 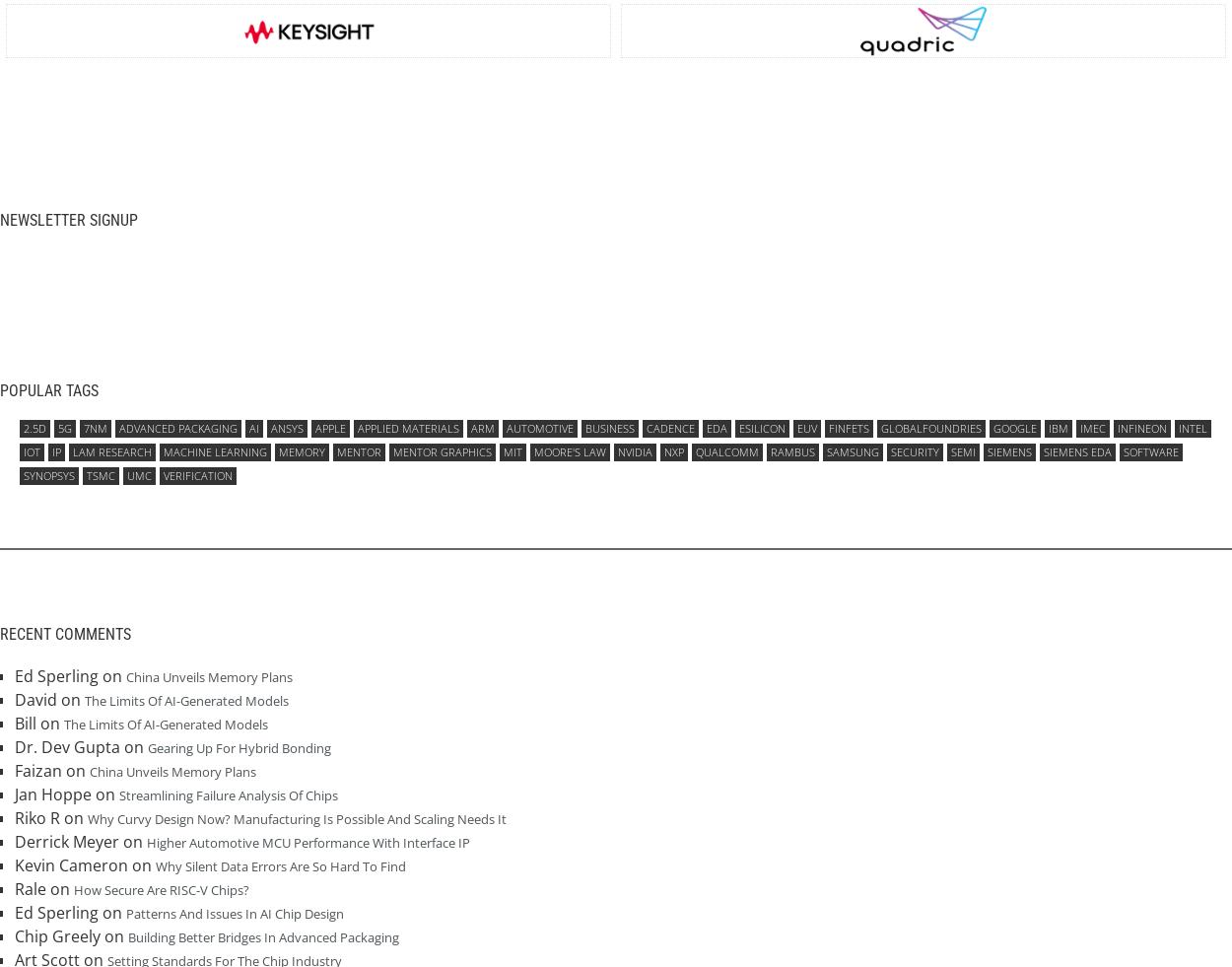 I want to click on 'Why Silent Data Errors Are So Hard To Find', so click(x=281, y=865).